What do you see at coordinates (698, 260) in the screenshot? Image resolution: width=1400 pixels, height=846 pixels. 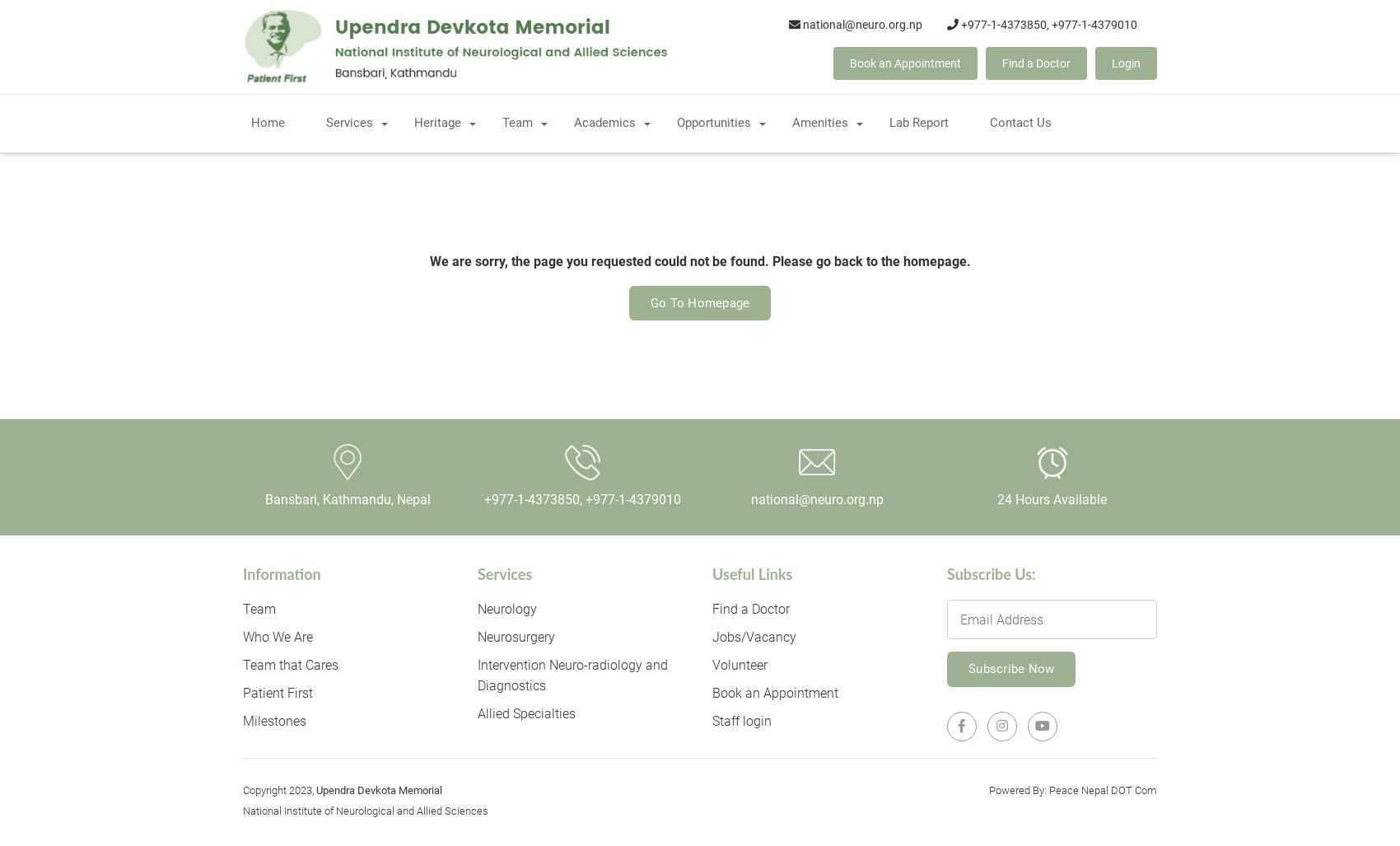 I see `'We are sorry, the page you requested could not be found. Please go back to the homepage.'` at bounding box center [698, 260].